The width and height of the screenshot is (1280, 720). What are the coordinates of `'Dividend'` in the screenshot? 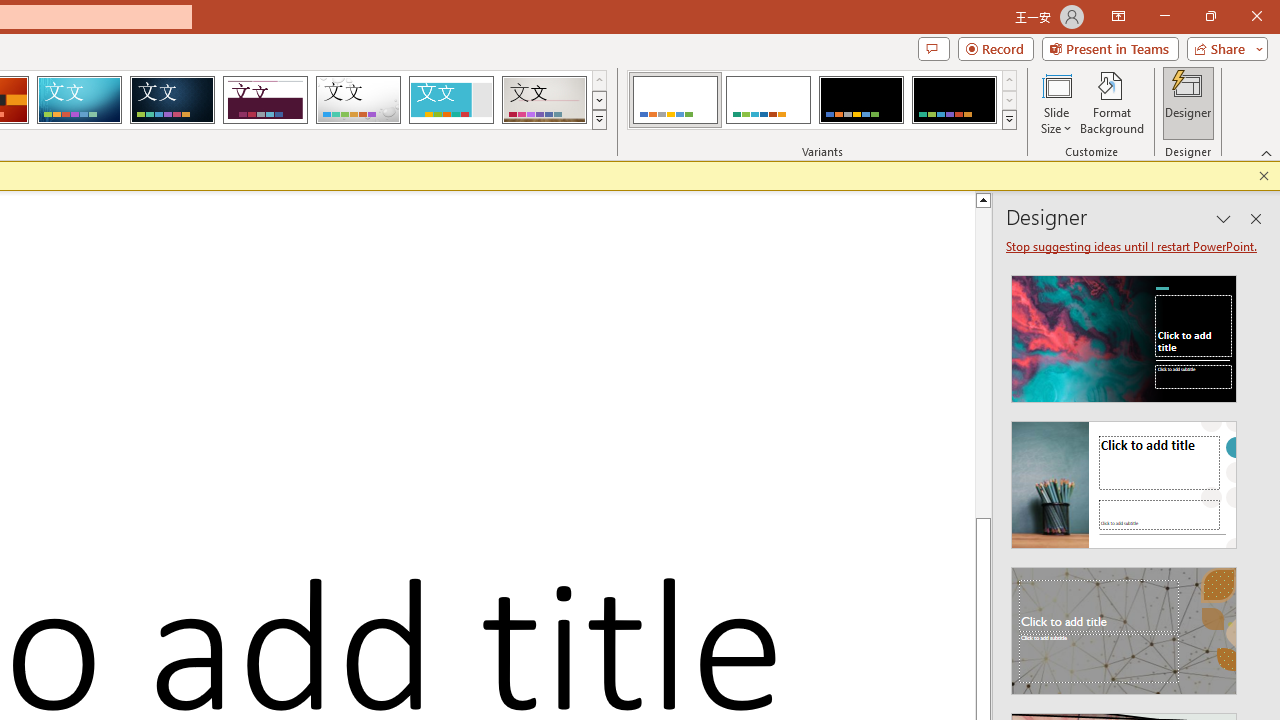 It's located at (264, 100).